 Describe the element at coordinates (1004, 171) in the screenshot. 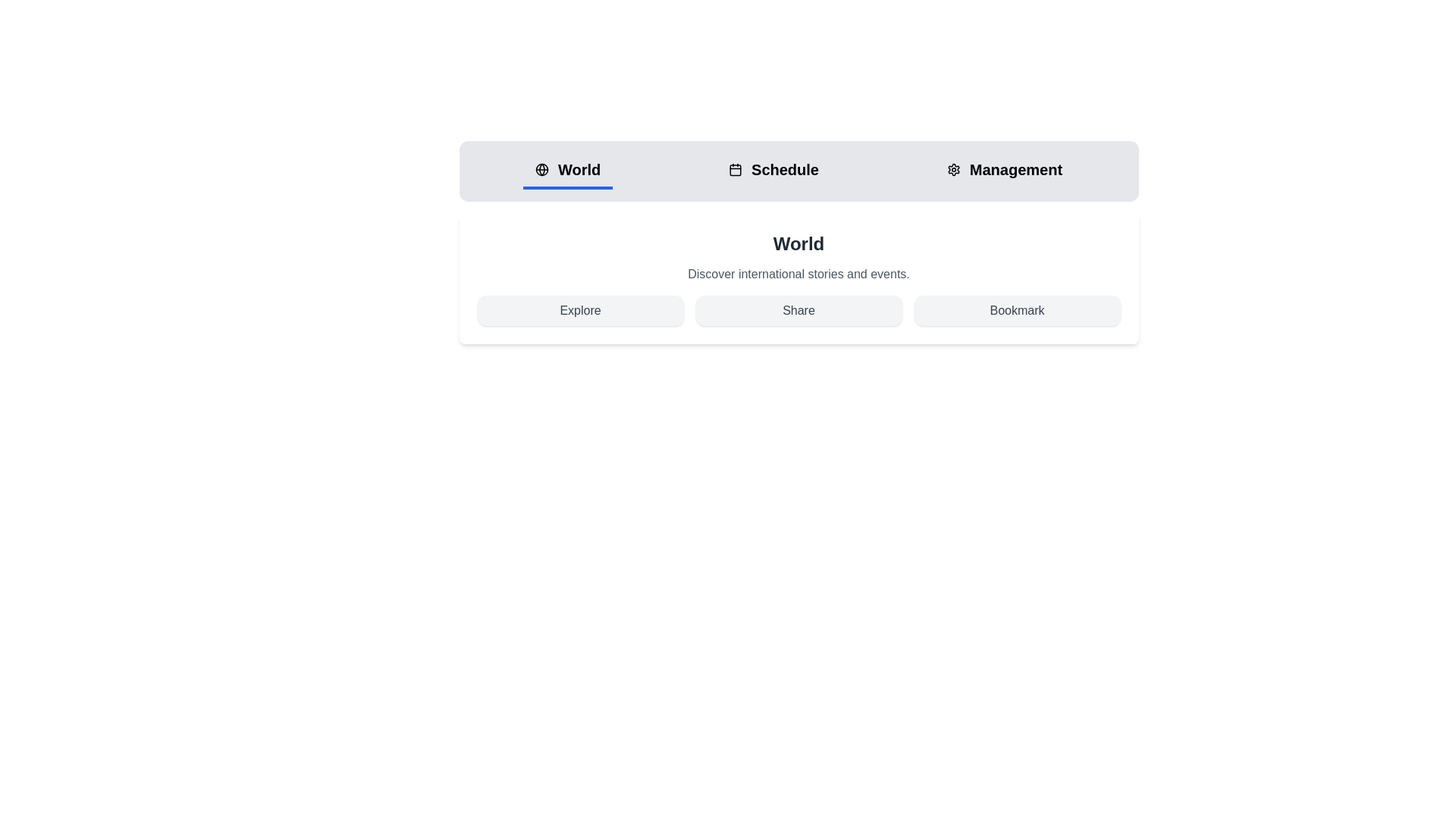

I see `the Management tab by clicking on it` at that location.